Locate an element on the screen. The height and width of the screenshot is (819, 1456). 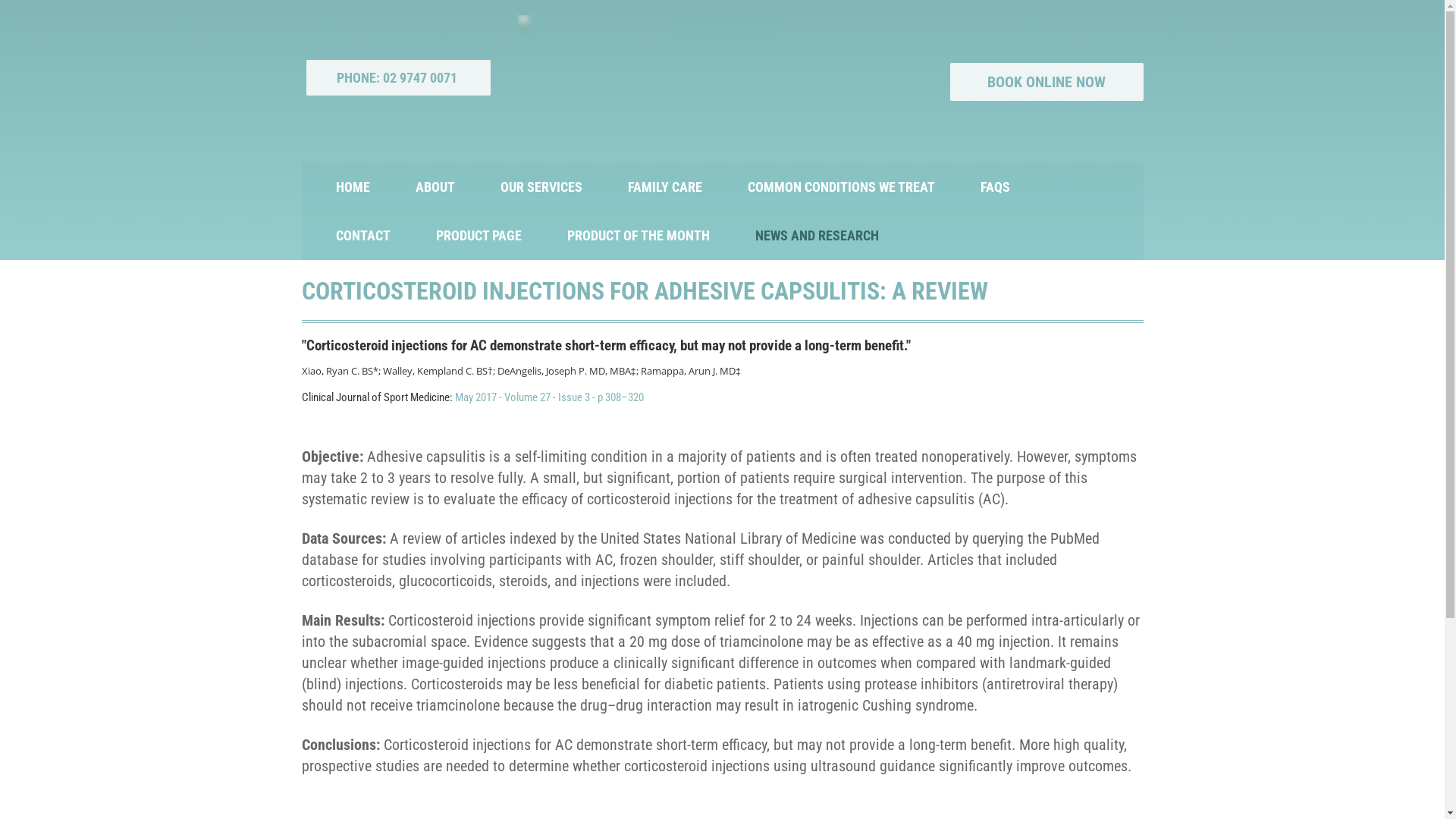
'ABOUT' is located at coordinates (435, 186).